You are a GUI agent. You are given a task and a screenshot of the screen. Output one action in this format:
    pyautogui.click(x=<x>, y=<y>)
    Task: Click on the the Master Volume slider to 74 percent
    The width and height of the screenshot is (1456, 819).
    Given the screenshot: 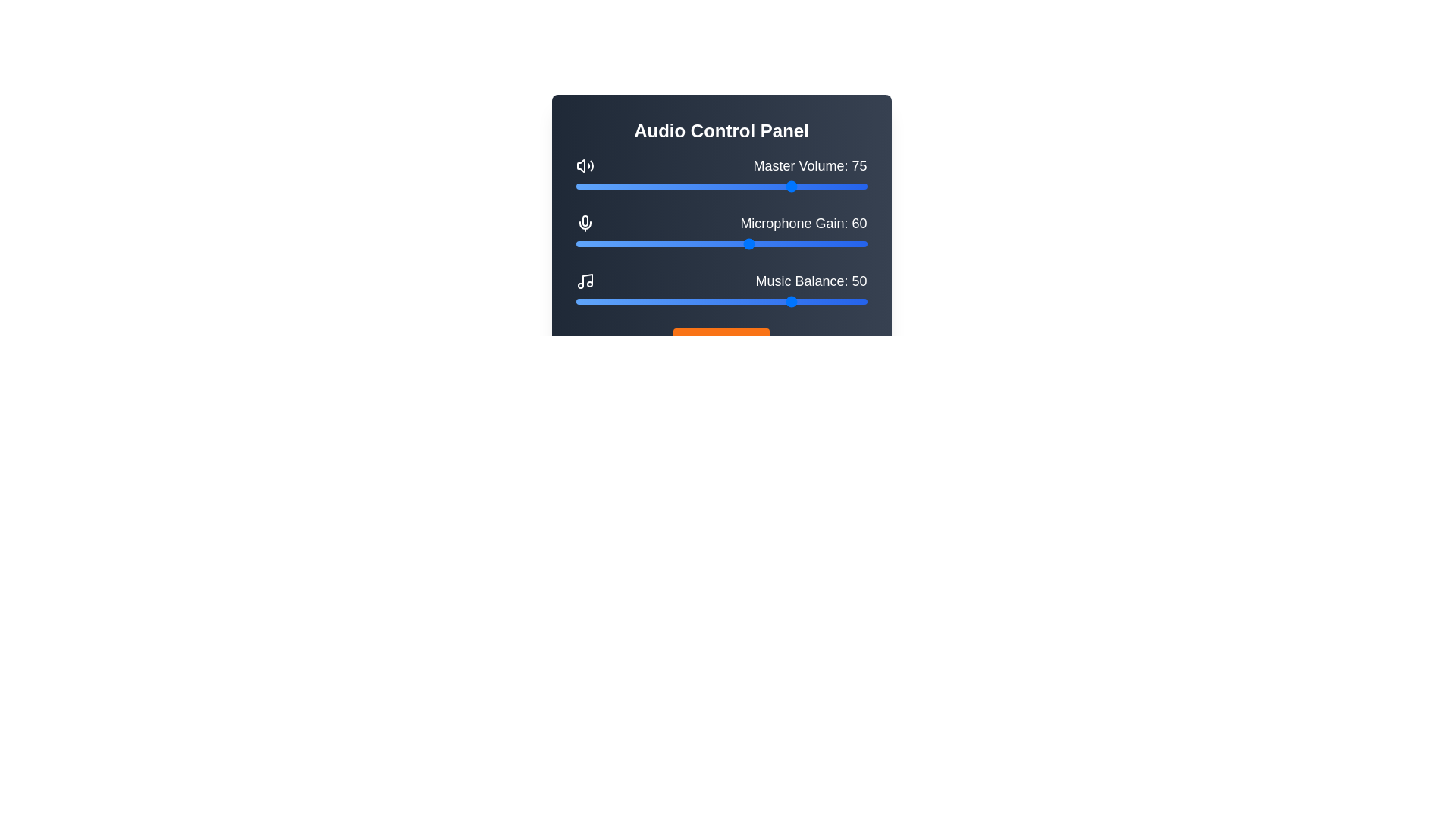 What is the action you would take?
    pyautogui.click(x=790, y=186)
    